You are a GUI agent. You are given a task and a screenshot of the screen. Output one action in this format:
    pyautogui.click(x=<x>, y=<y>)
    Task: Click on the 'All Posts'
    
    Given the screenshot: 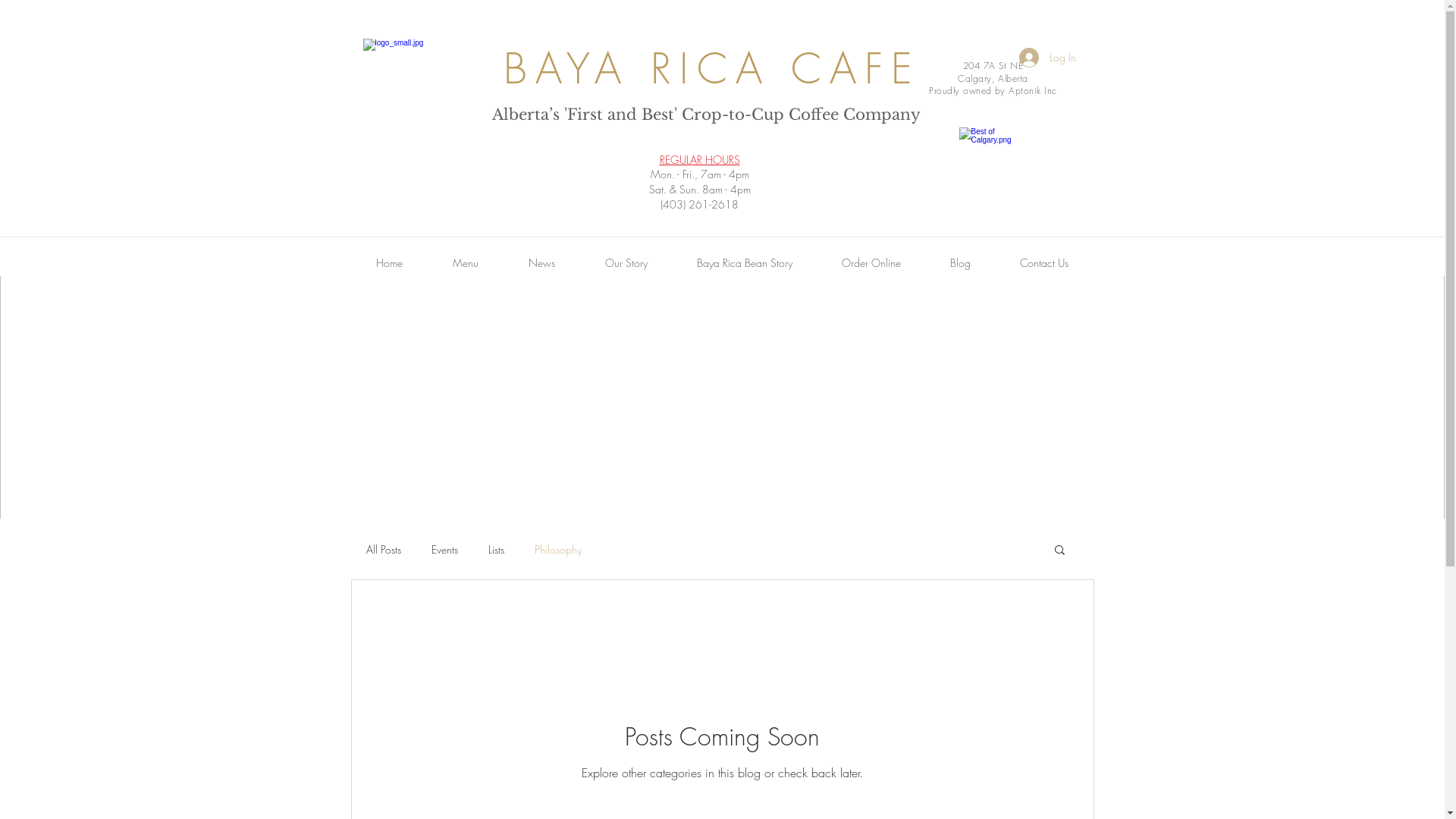 What is the action you would take?
    pyautogui.click(x=382, y=549)
    